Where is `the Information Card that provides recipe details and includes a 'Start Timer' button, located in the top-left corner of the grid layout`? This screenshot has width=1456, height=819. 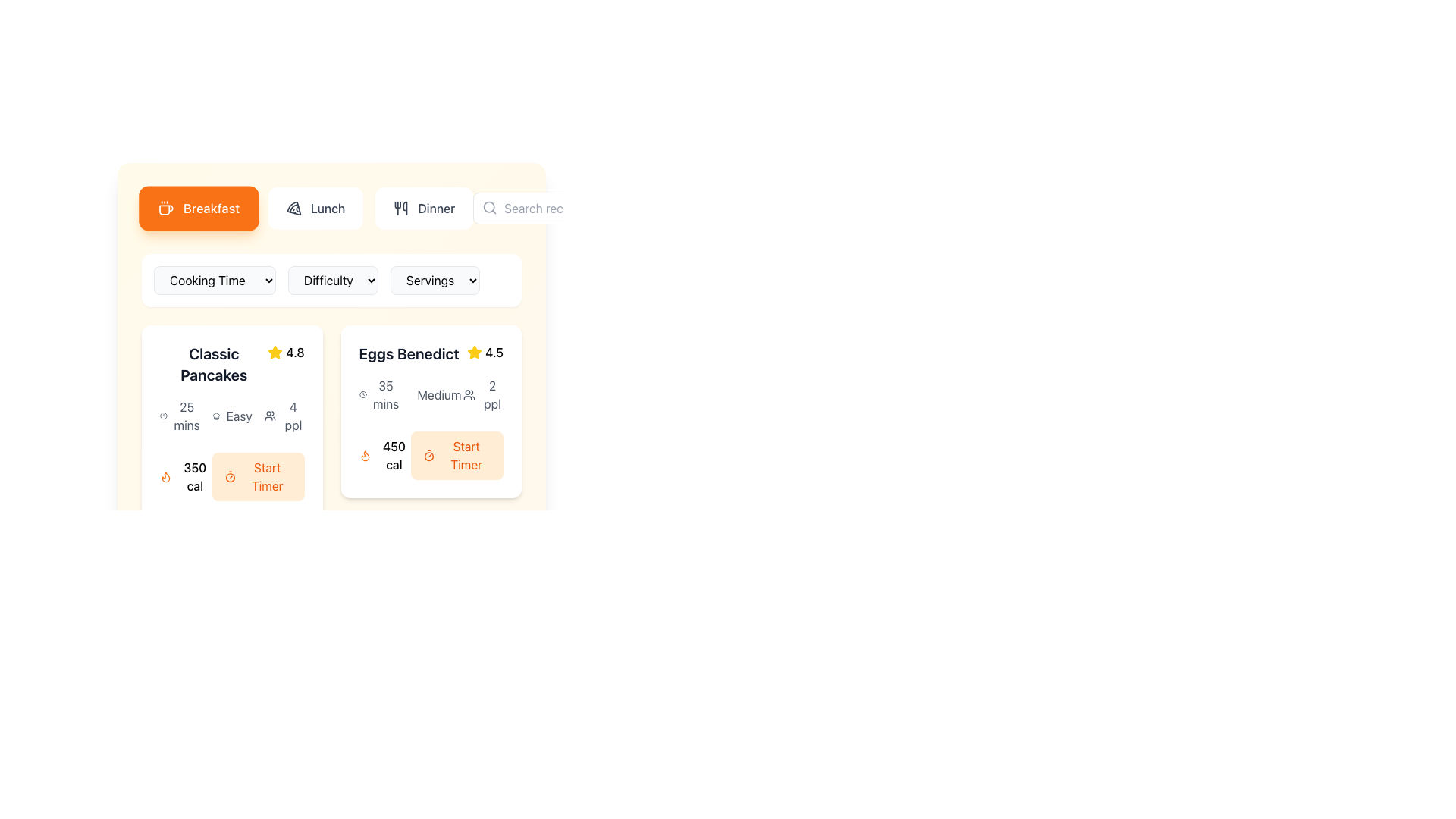 the Information Card that provides recipe details and includes a 'Start Timer' button, located in the top-left corner of the grid layout is located at coordinates (231, 422).